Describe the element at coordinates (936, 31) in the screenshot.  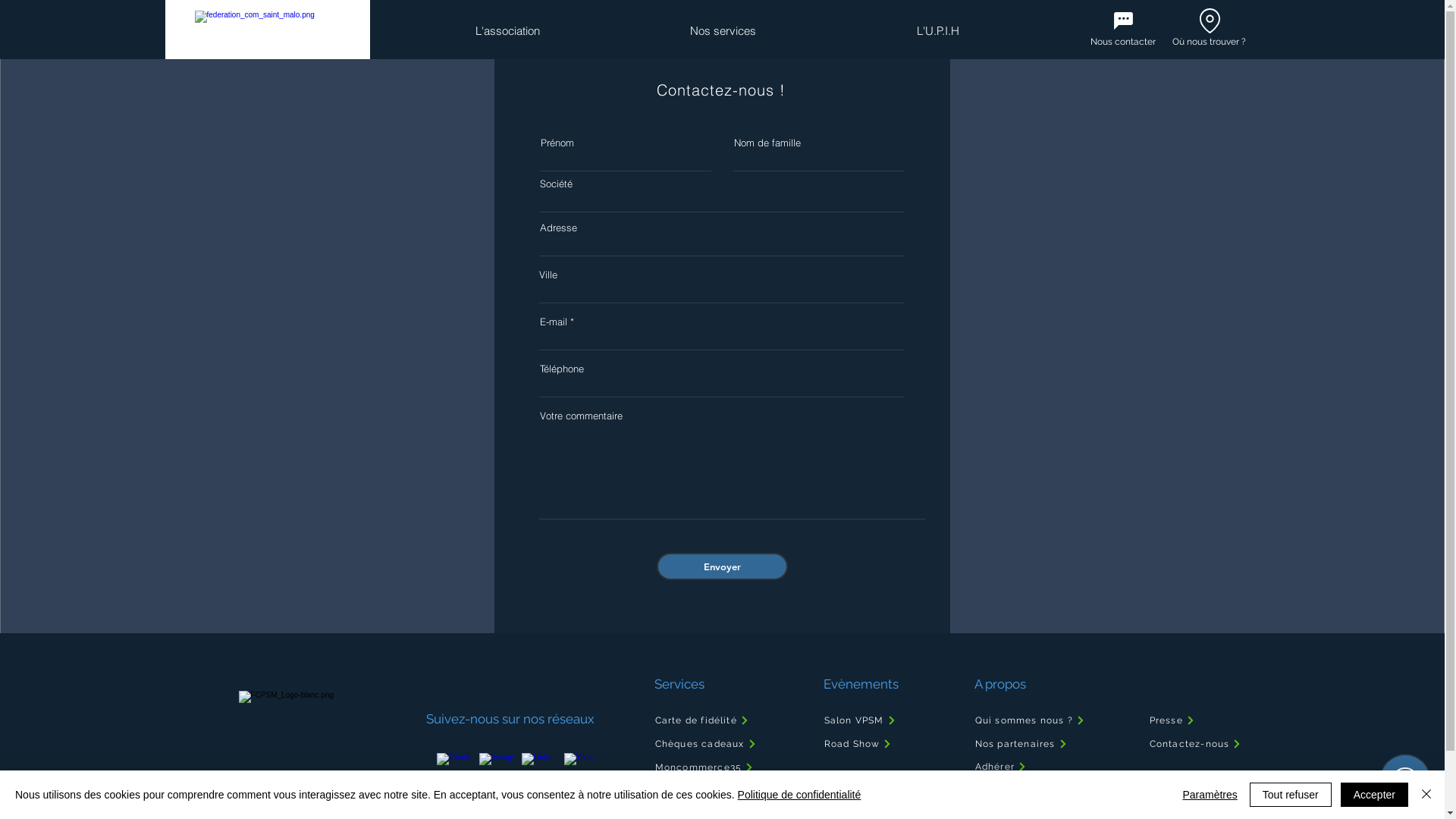
I see `'L'U.P.I.H'` at that location.